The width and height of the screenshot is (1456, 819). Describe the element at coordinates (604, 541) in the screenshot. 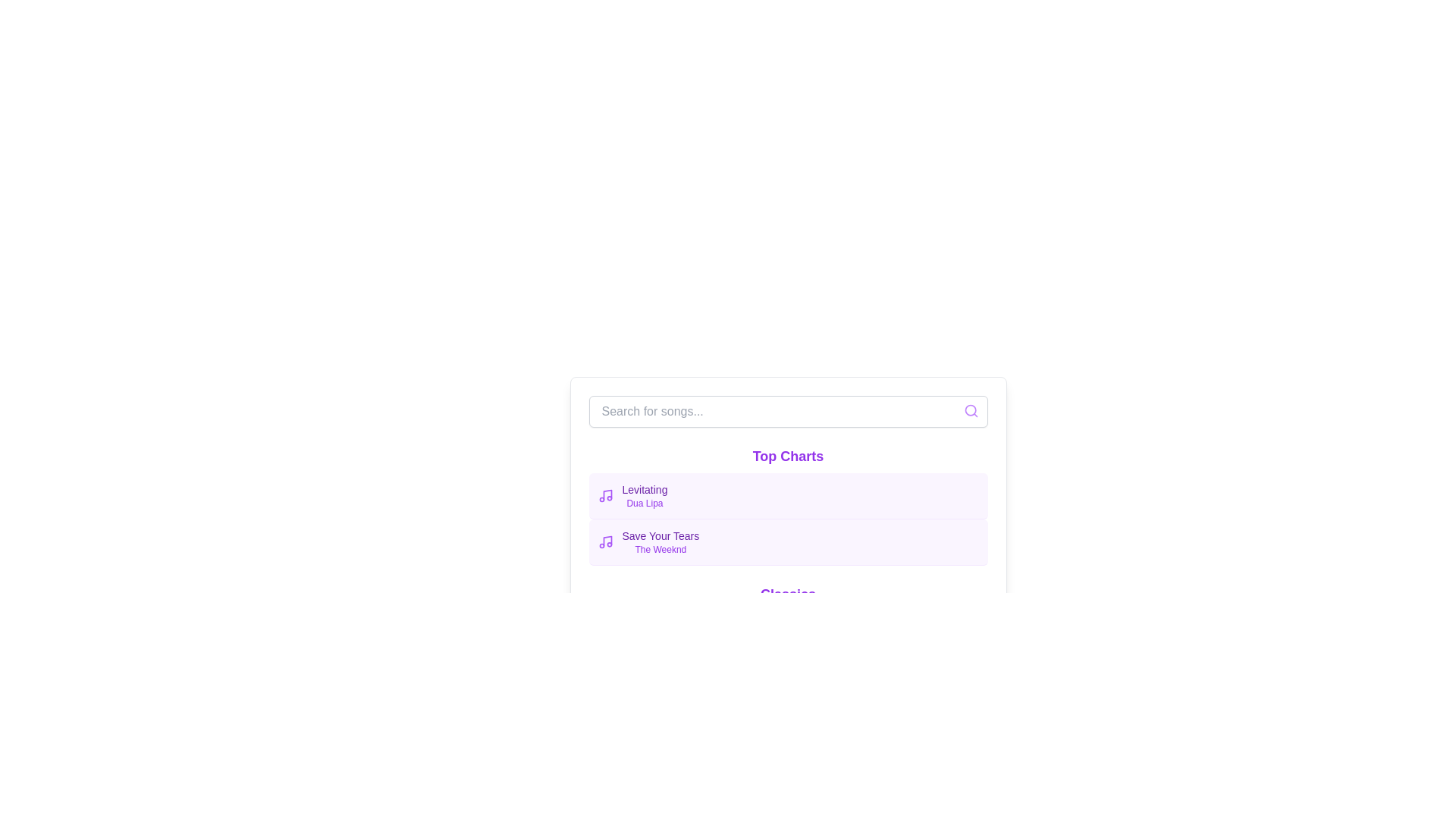

I see `the small vibrant purple music note icon located in the top left corner of the 'Top Charts' list, adjacent to the text 'Save Your Tears' and 'The Weeknd'` at that location.